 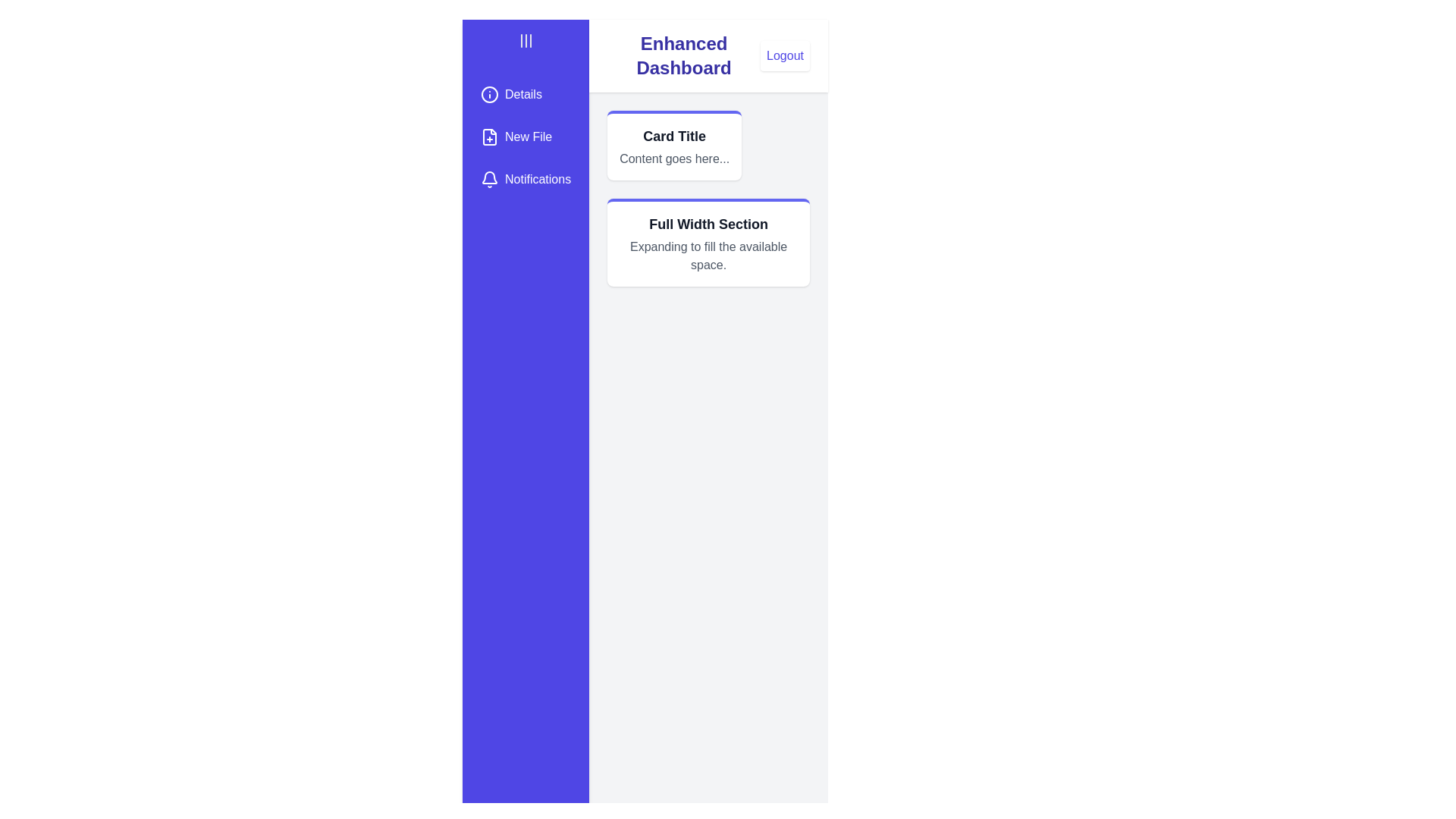 I want to click on the 'Enhanced Dashboard' text label, which is displayed in bold, extra-large indigo sans-serif font, located at the top of the main content area, adjacent to the header, so click(x=683, y=55).